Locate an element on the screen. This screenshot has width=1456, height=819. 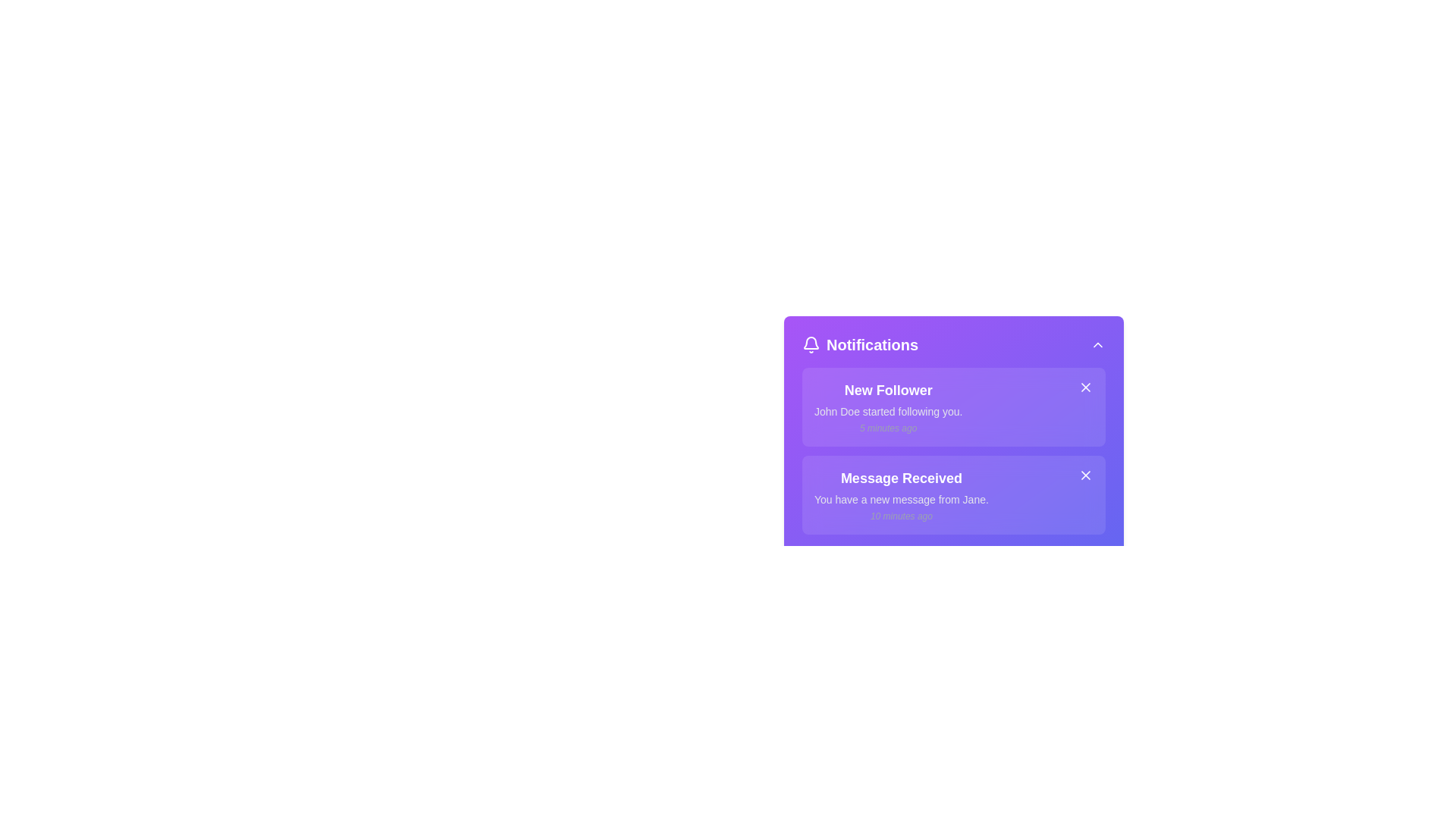
the static text label displaying '5 minutes ago' in the notifications panel, which is positioned below 'John Doe started following you.' is located at coordinates (888, 428).